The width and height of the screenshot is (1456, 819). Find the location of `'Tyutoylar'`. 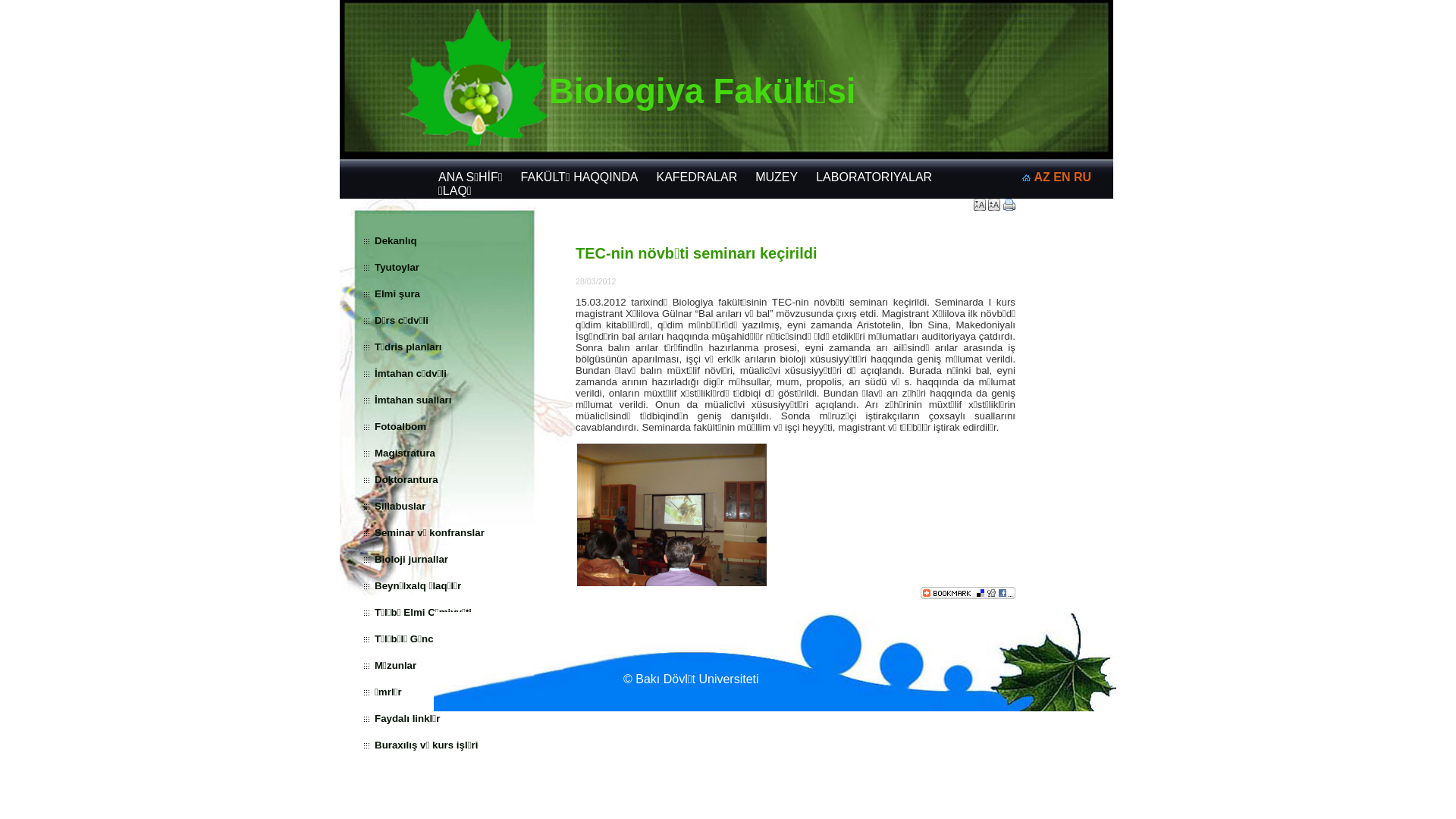

'Tyutoylar' is located at coordinates (397, 266).